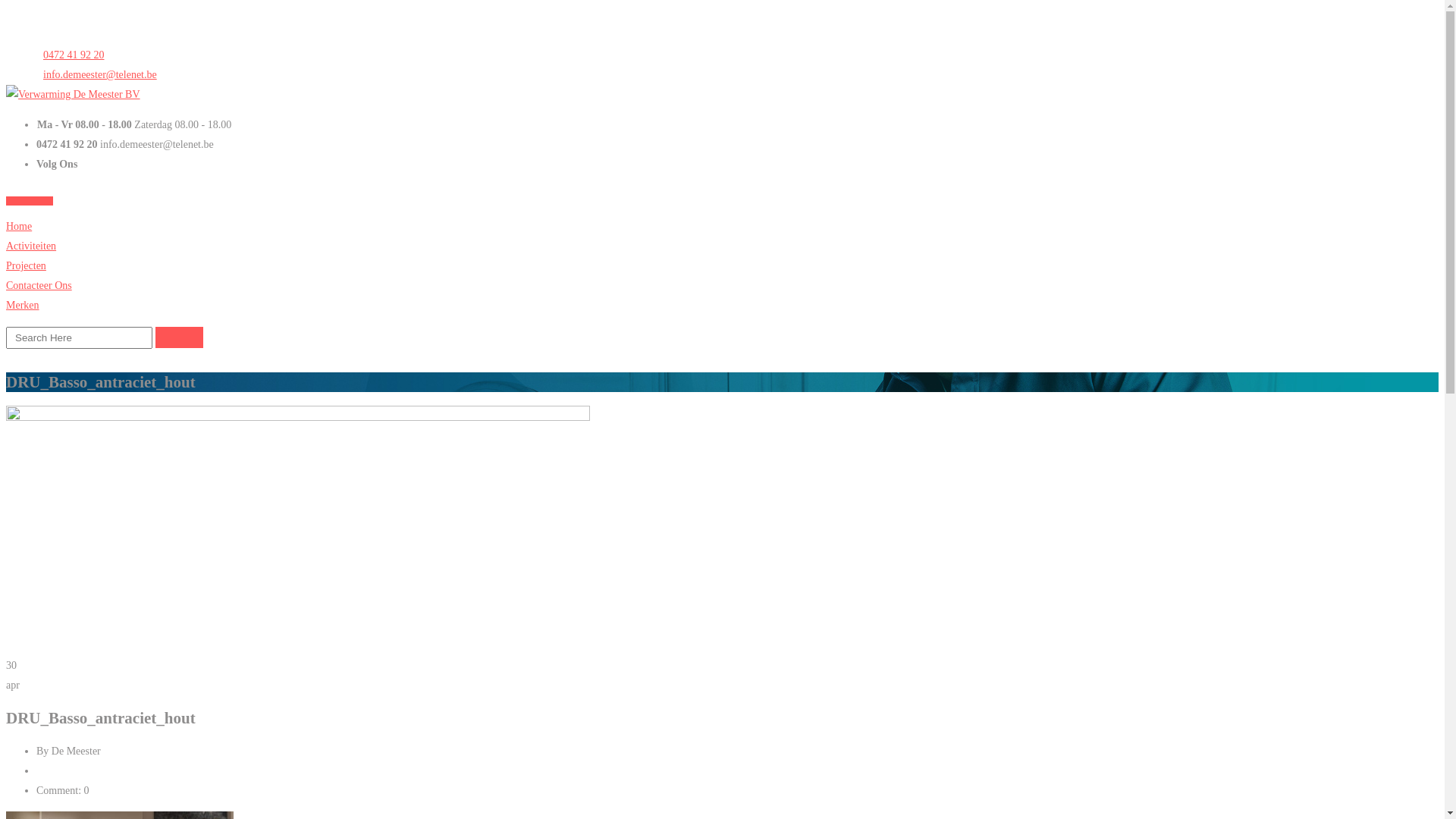 The height and width of the screenshot is (819, 1456). I want to click on '0472 41 92 20', so click(69, 54).